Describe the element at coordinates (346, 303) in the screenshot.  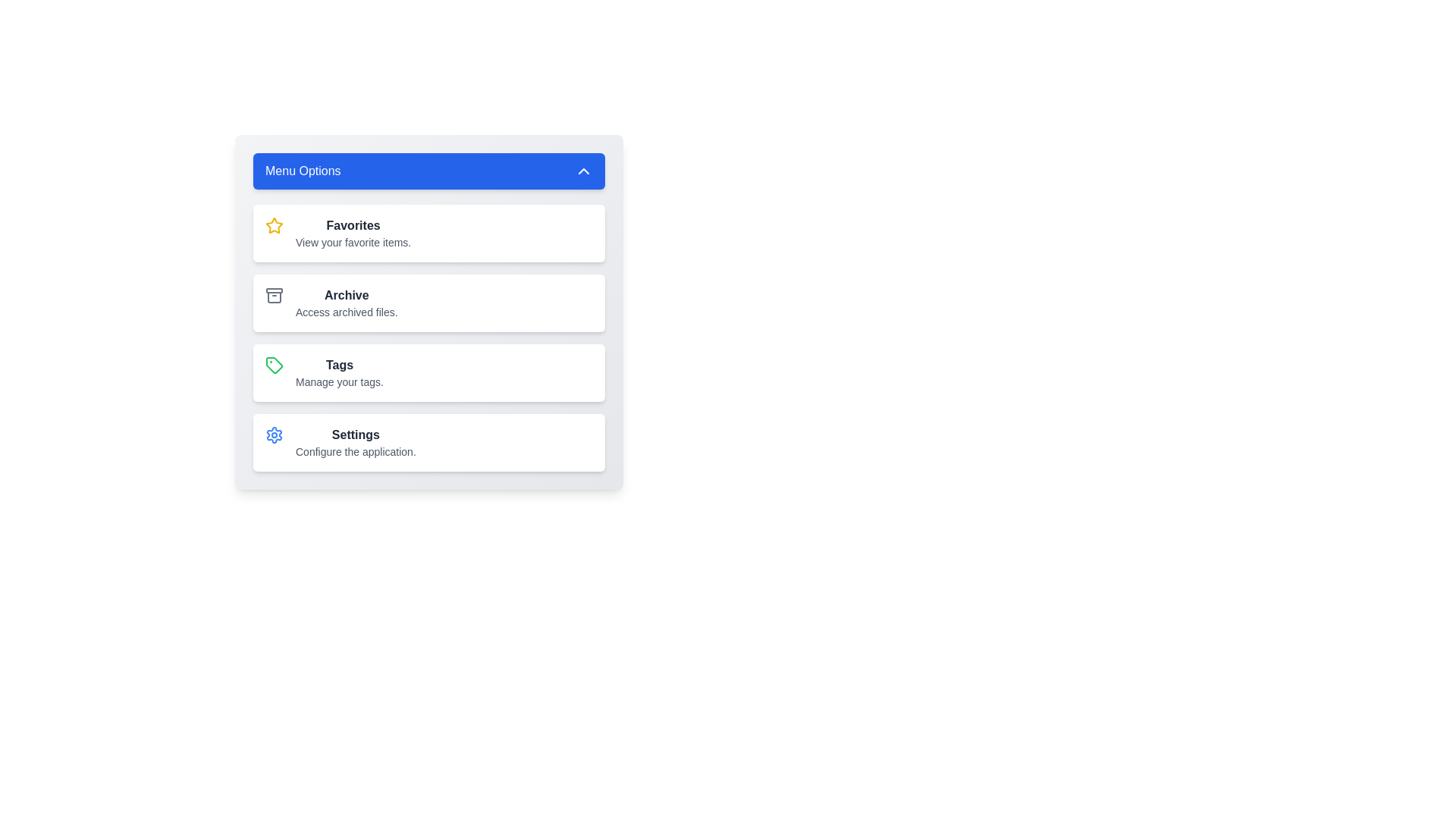
I see `text content of the 'Archive' element, which includes the title in bold and the description below it, located in the second item of a vertical list in the menu component` at that location.